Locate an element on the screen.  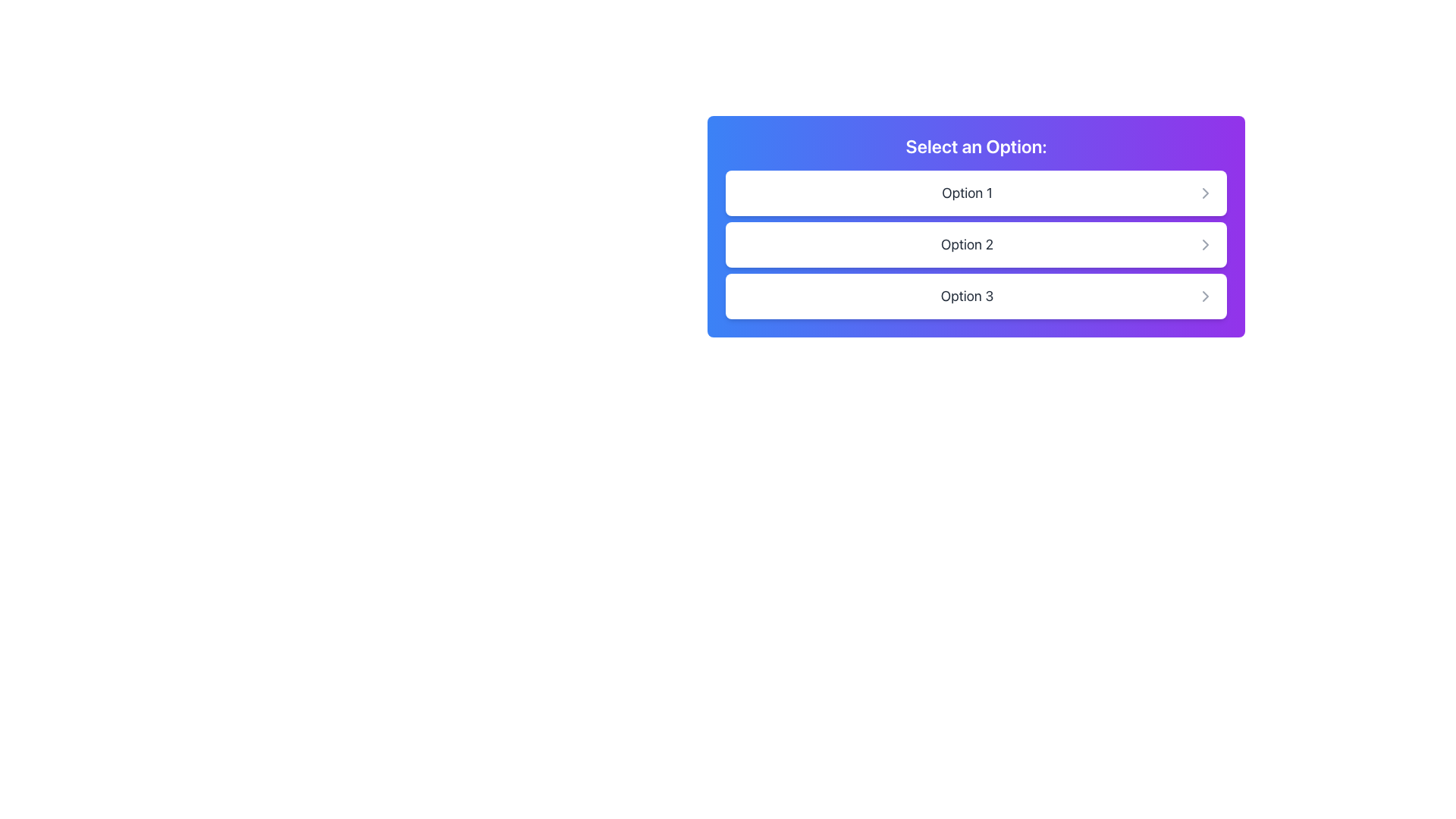
the label displaying 'Option 3' within the clickable menu item located in the third position of a vertically stacked menu is located at coordinates (966, 296).